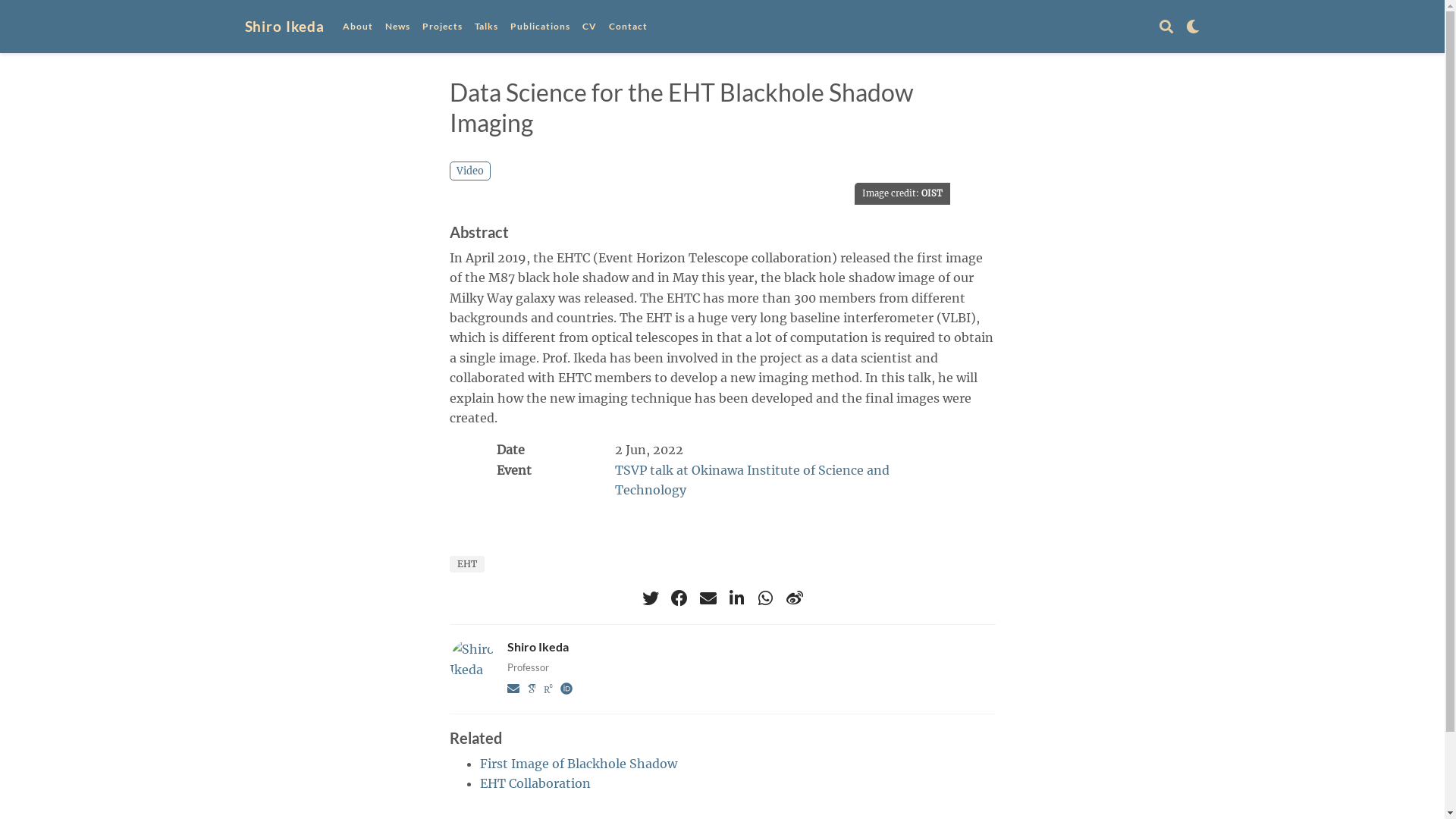  I want to click on 'First Image of Blackhole Shadow', so click(577, 763).